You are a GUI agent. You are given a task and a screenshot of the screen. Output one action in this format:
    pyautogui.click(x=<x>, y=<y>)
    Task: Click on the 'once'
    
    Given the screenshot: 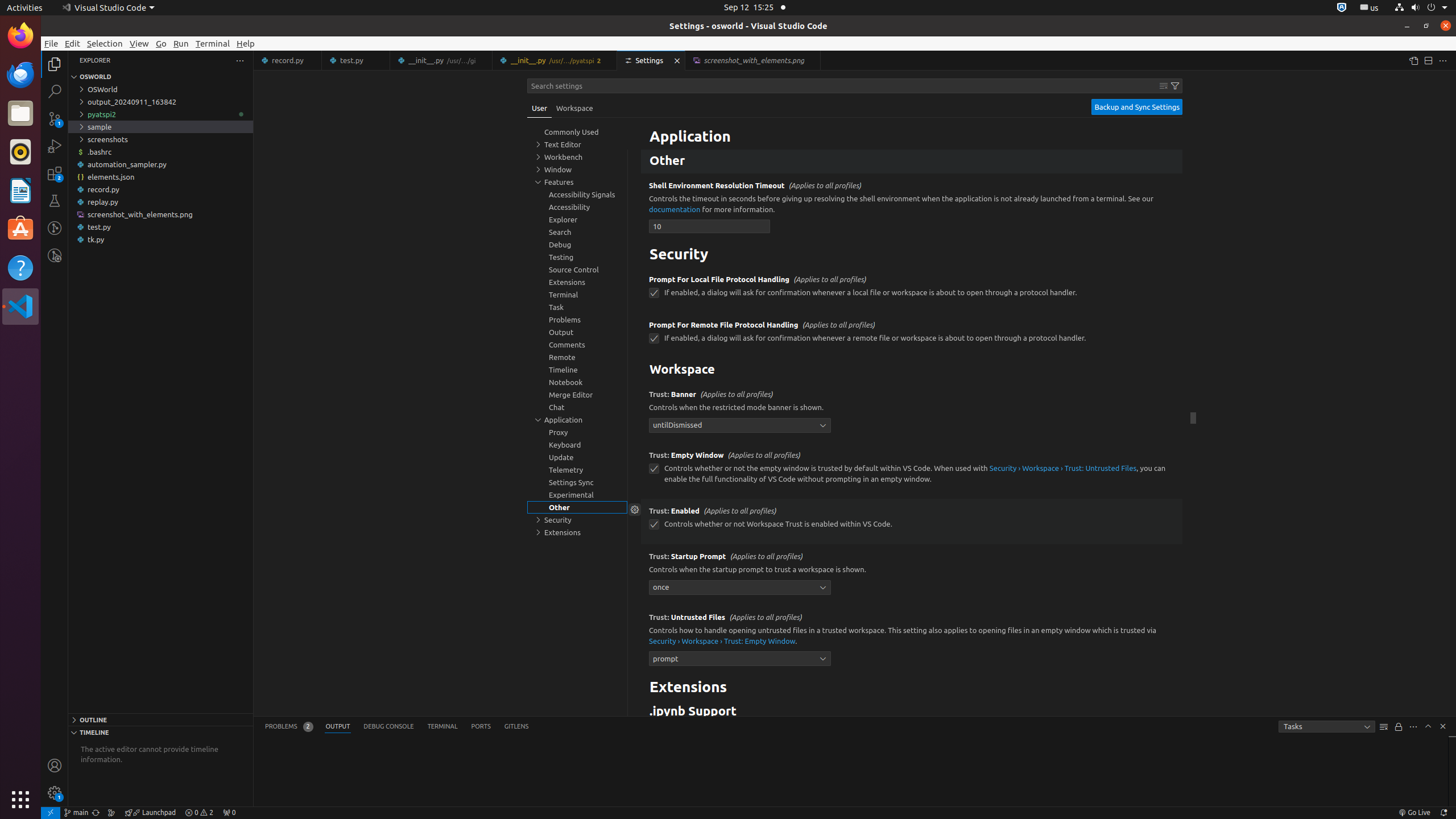 What is the action you would take?
    pyautogui.click(x=739, y=586)
    